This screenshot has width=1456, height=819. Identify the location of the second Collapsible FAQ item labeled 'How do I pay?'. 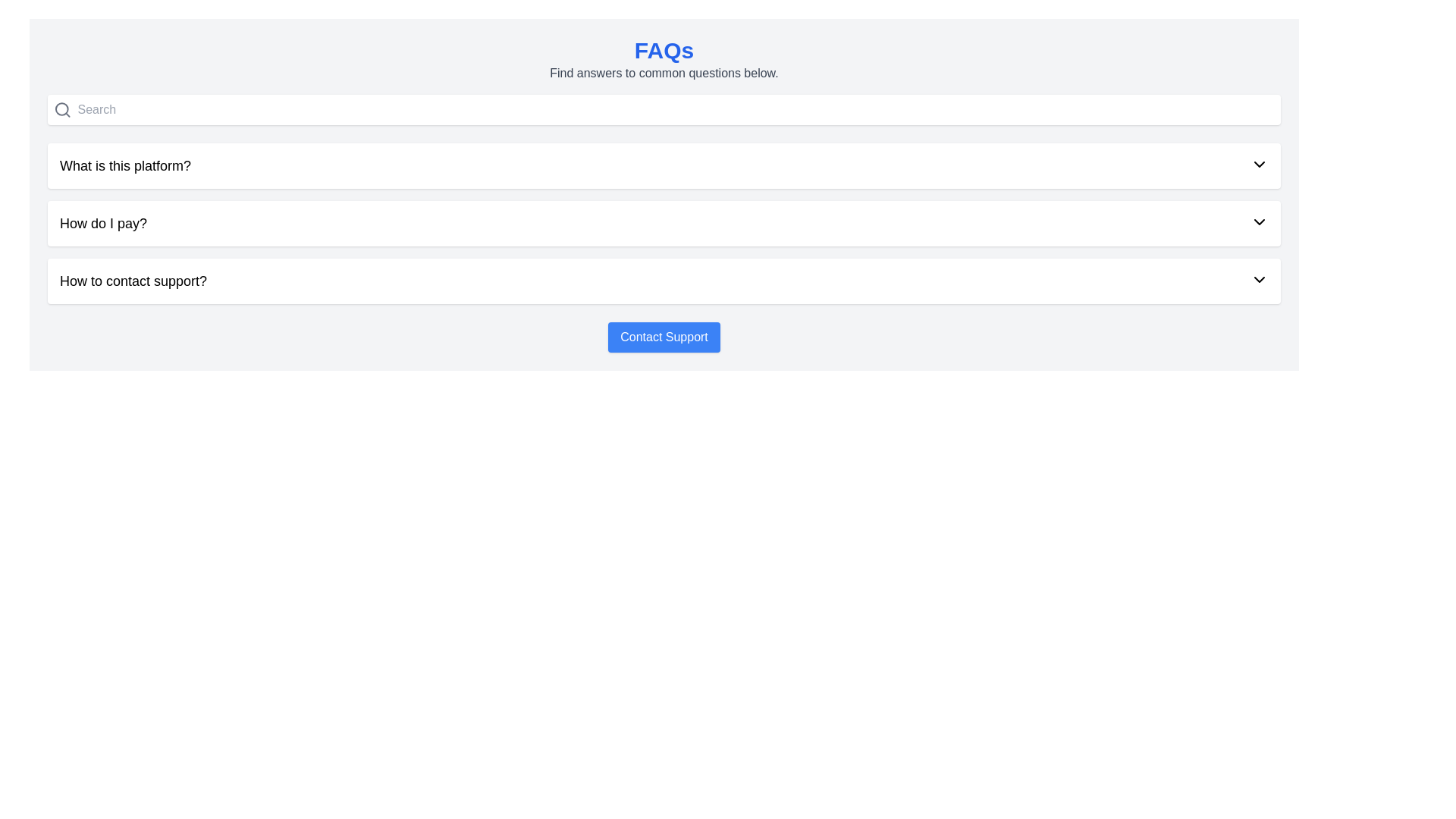
(664, 223).